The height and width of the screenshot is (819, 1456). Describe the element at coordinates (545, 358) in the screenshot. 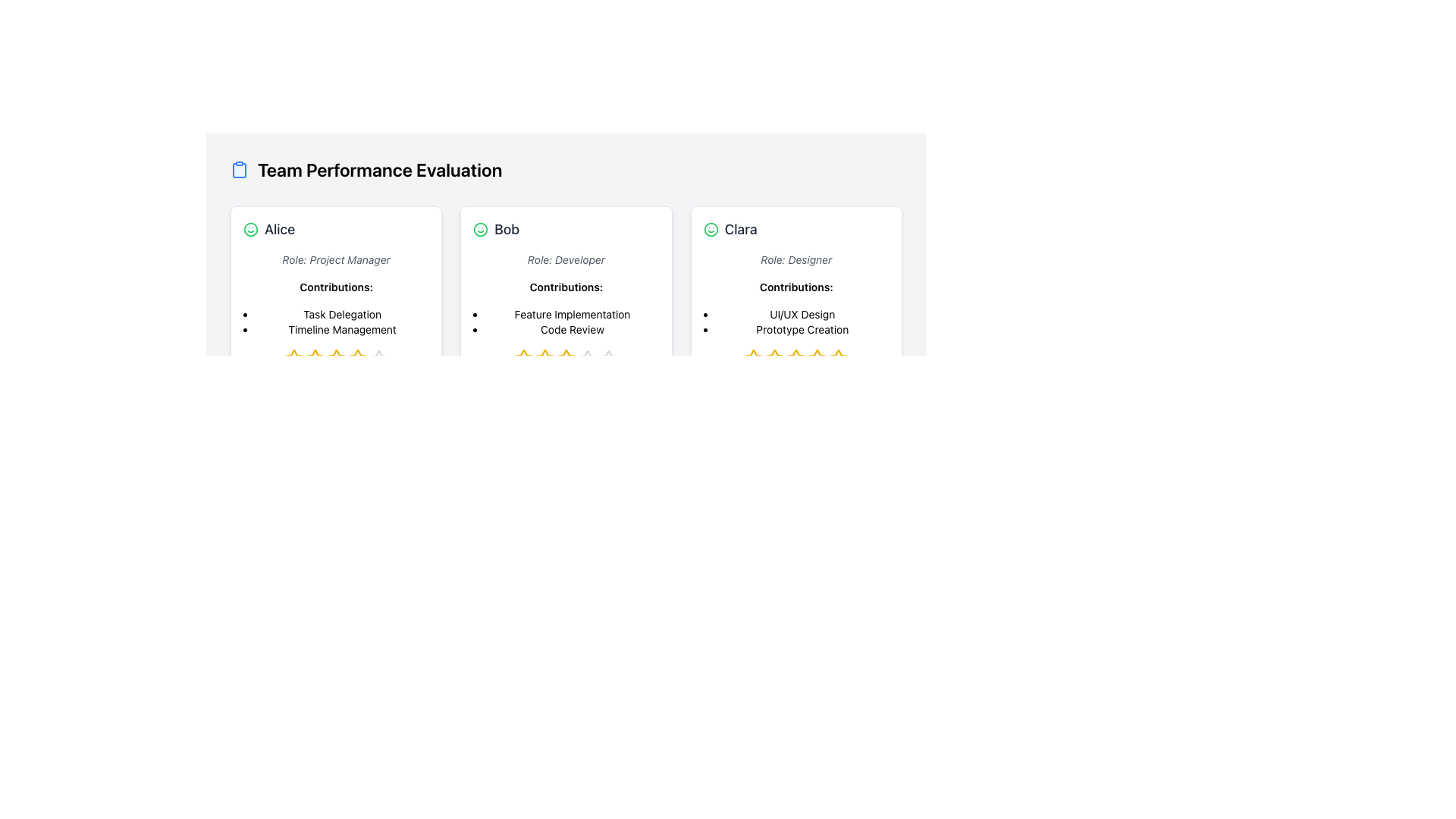

I see `the third star icon in the rating system under Bob's profile card in the team performance evaluation section` at that location.